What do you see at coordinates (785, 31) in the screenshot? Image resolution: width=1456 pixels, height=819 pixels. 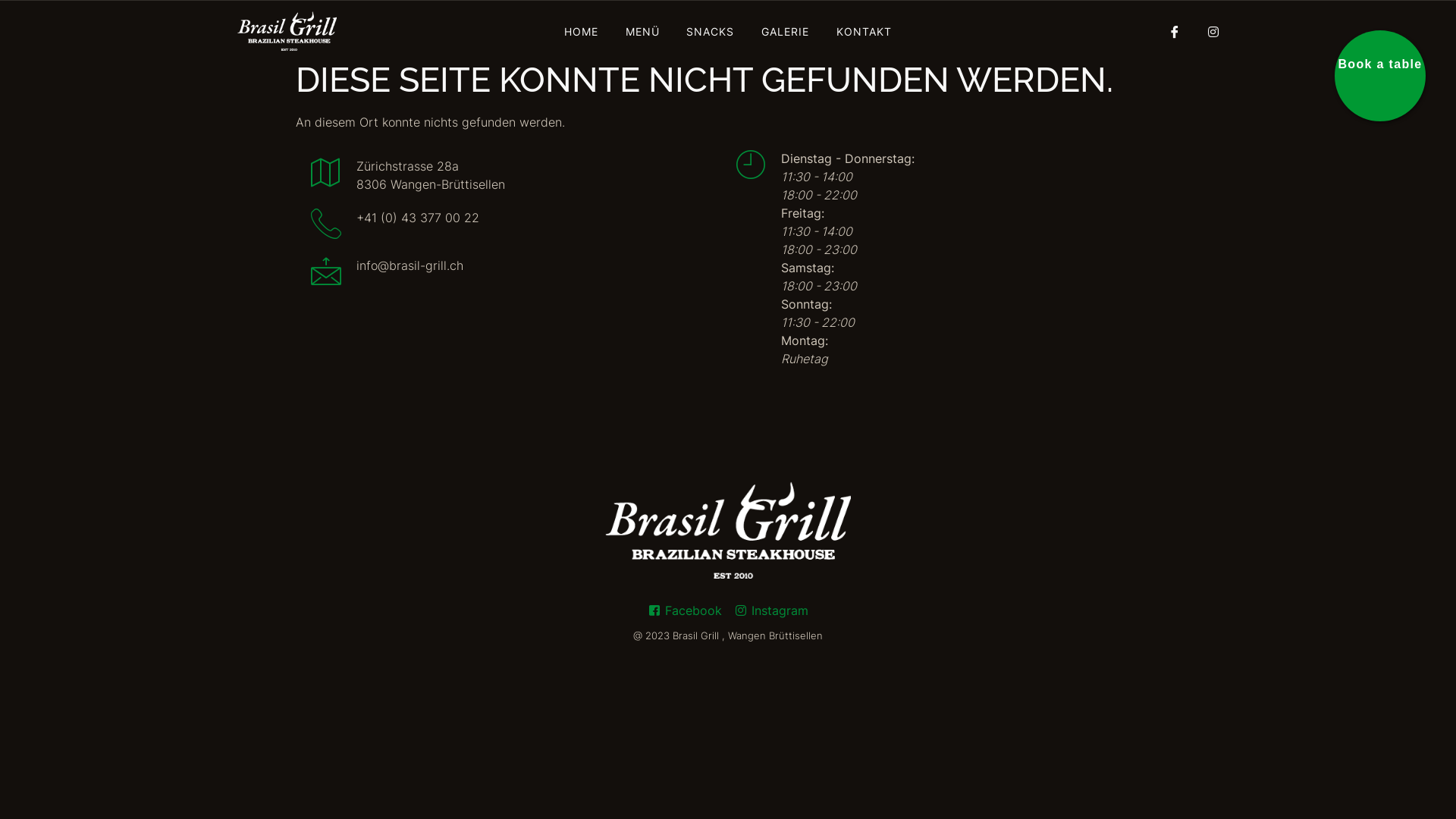 I see `'GALERIE'` at bounding box center [785, 31].